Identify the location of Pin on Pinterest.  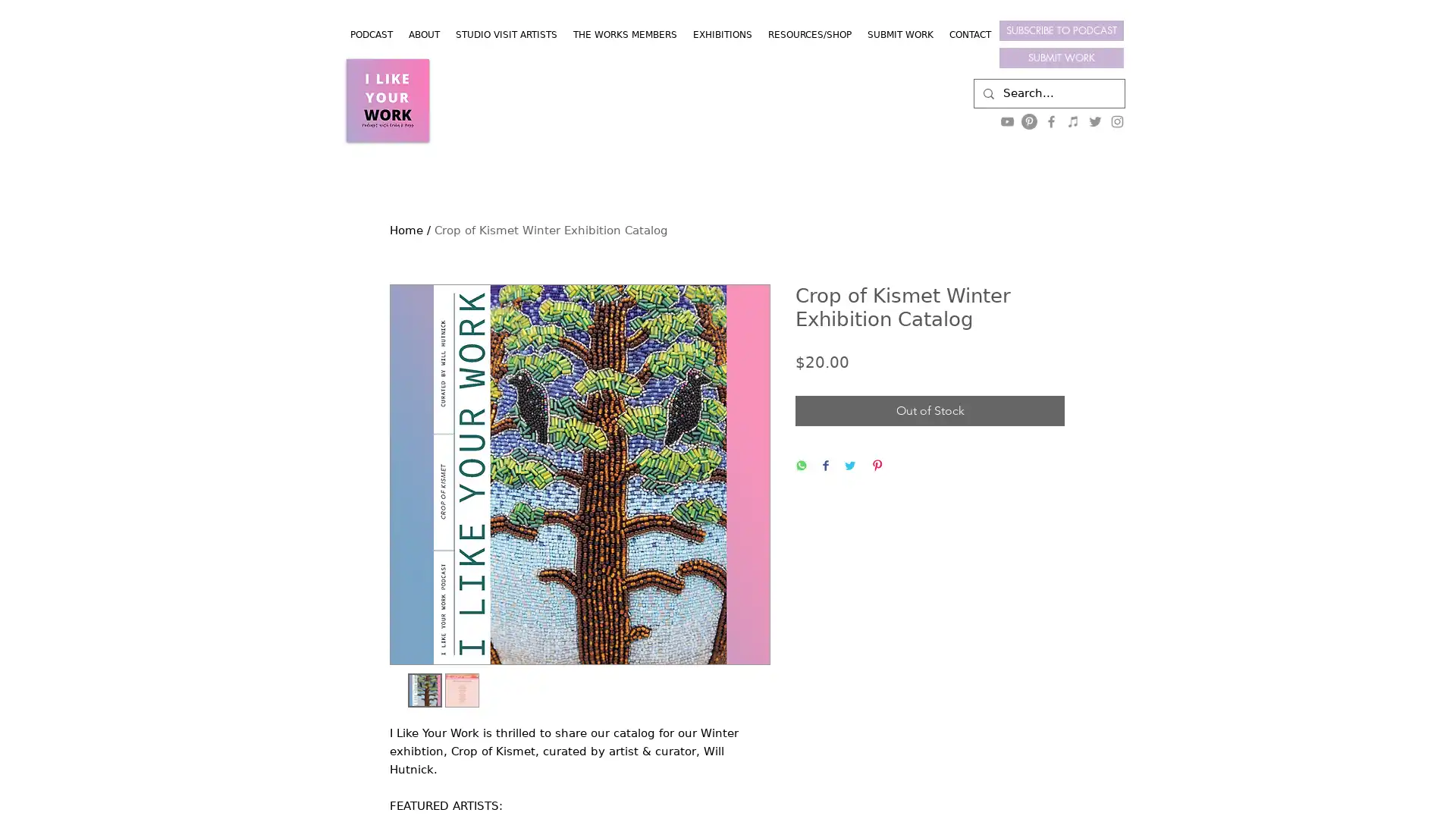
(877, 466).